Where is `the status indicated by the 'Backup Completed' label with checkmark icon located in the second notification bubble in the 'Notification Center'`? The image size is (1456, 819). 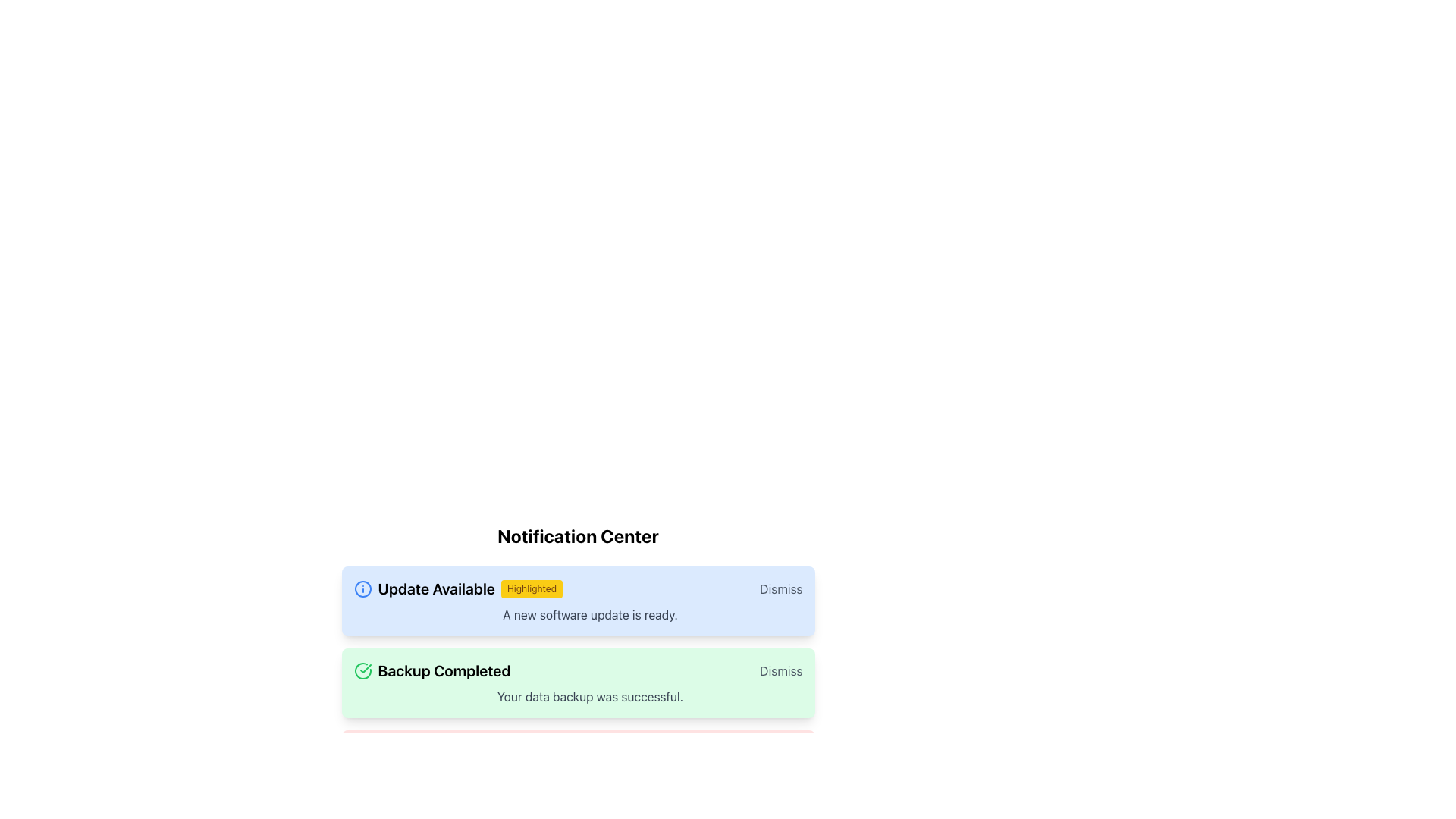 the status indicated by the 'Backup Completed' label with checkmark icon located in the second notification bubble in the 'Notification Center' is located at coordinates (431, 670).